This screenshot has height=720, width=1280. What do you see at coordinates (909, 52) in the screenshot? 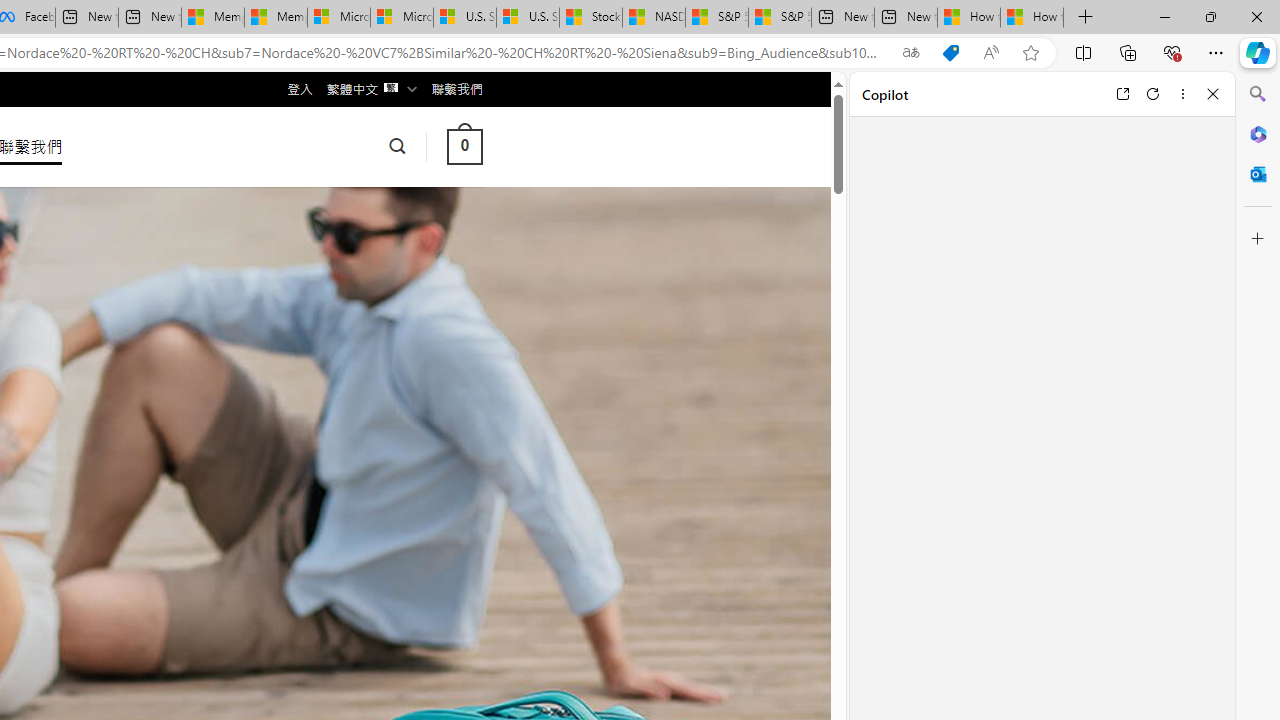
I see `'Show translate options'` at bounding box center [909, 52].